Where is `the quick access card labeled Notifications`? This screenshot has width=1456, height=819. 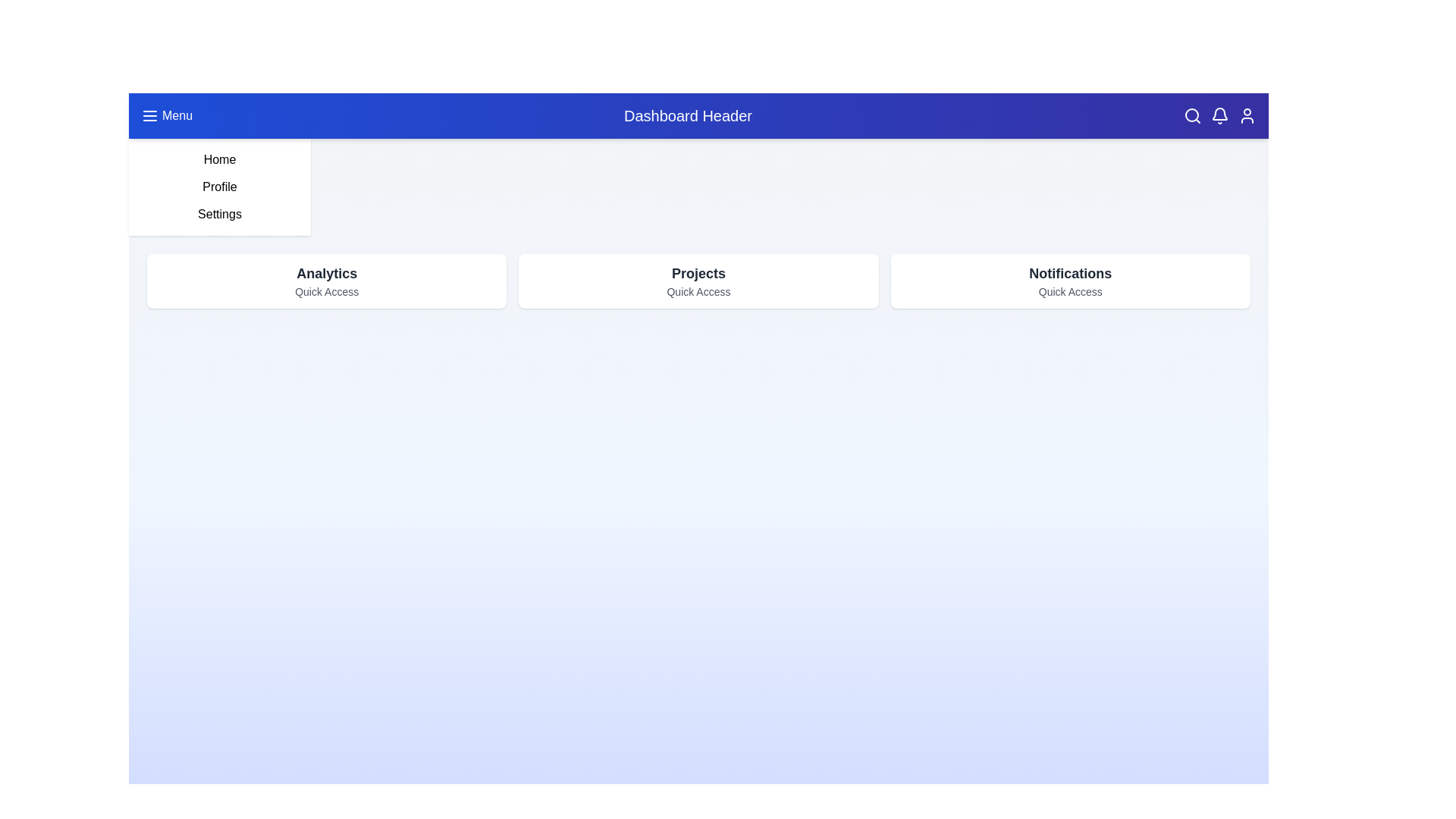
the quick access card labeled Notifications is located at coordinates (1069, 281).